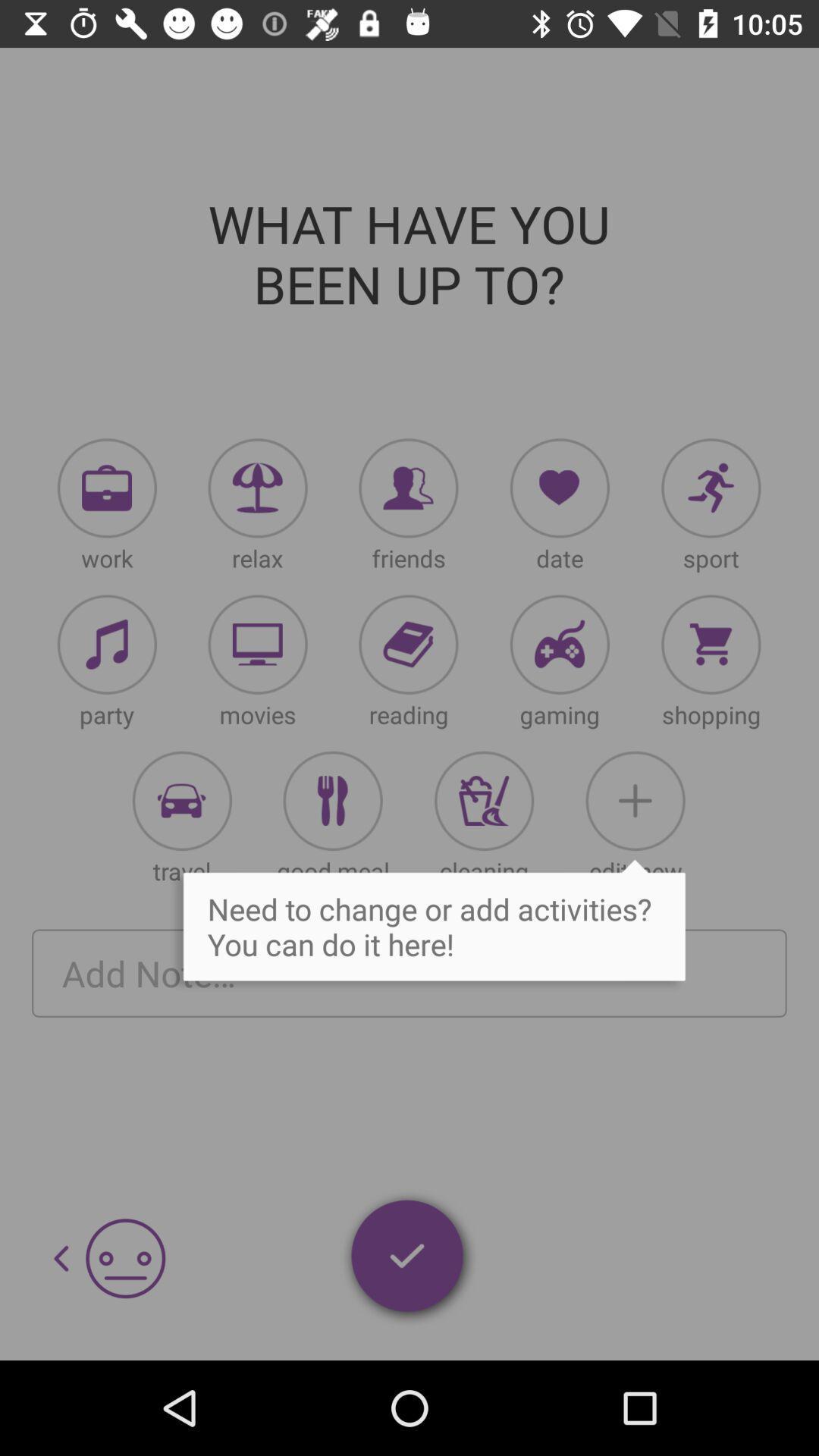 The image size is (819, 1456). What do you see at coordinates (181, 800) in the screenshot?
I see `travel` at bounding box center [181, 800].